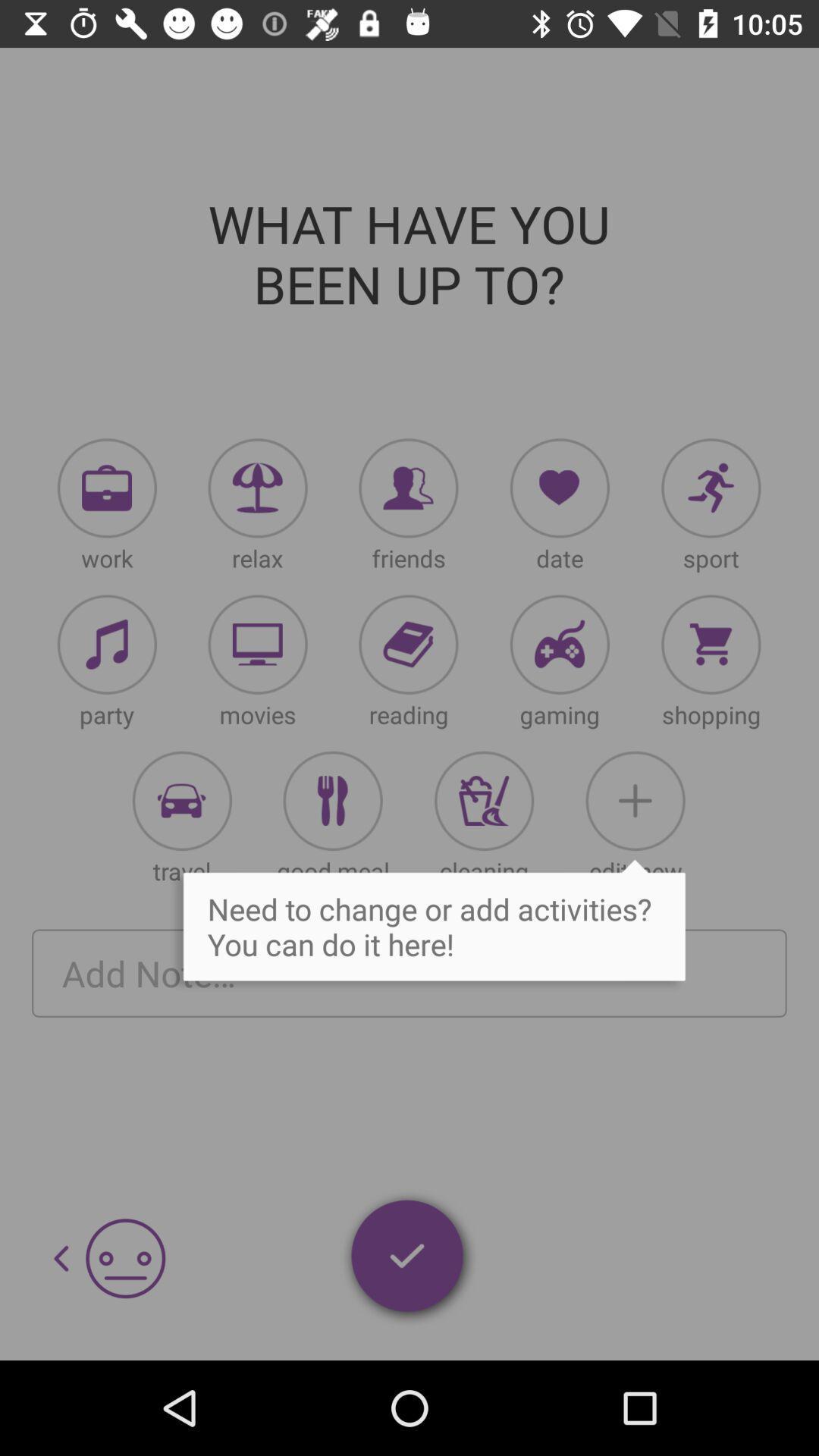 The image size is (819, 1456). What do you see at coordinates (181, 800) in the screenshot?
I see `travel` at bounding box center [181, 800].